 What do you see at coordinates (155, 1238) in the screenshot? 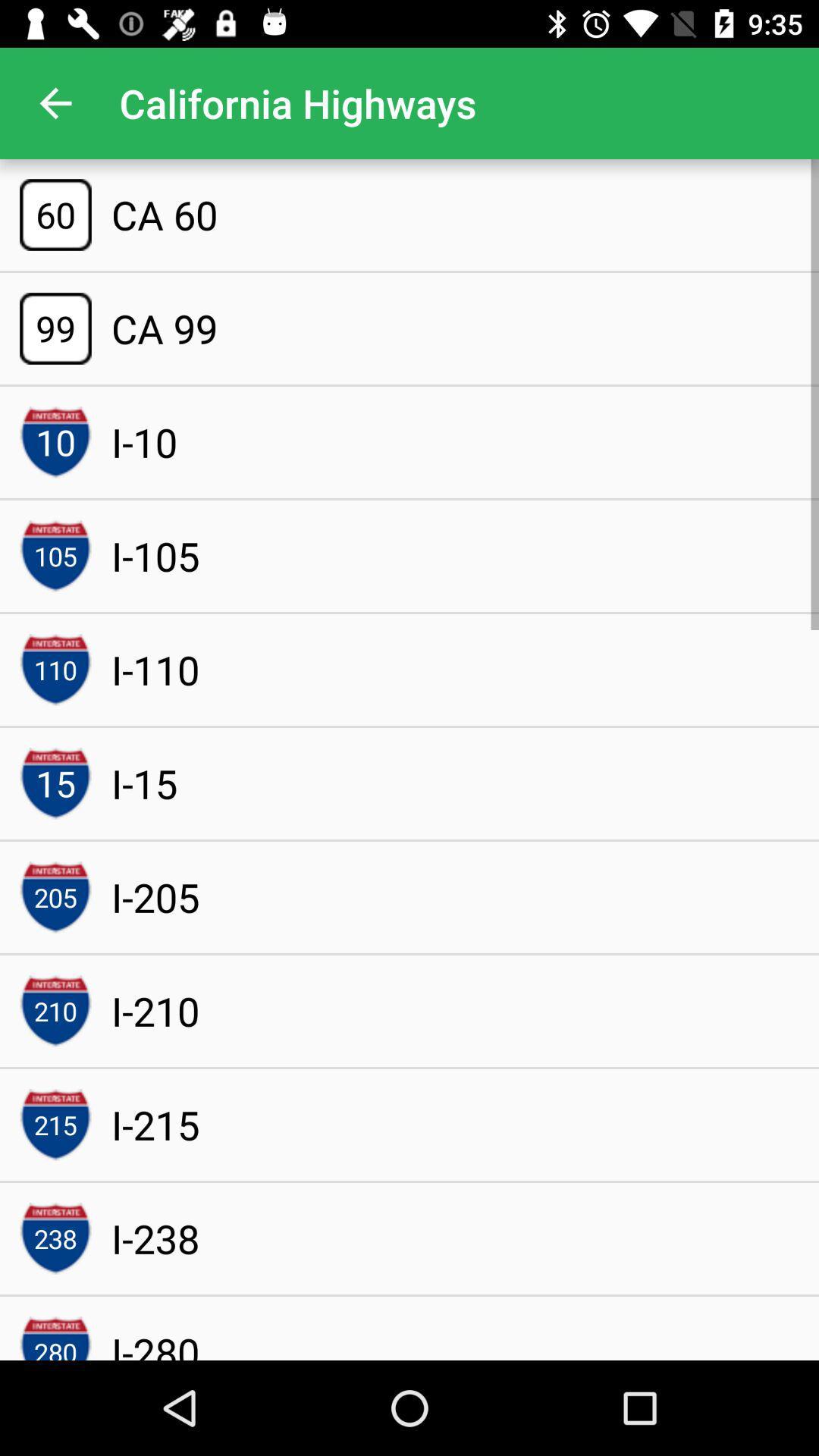
I see `the icon below i-215` at bounding box center [155, 1238].